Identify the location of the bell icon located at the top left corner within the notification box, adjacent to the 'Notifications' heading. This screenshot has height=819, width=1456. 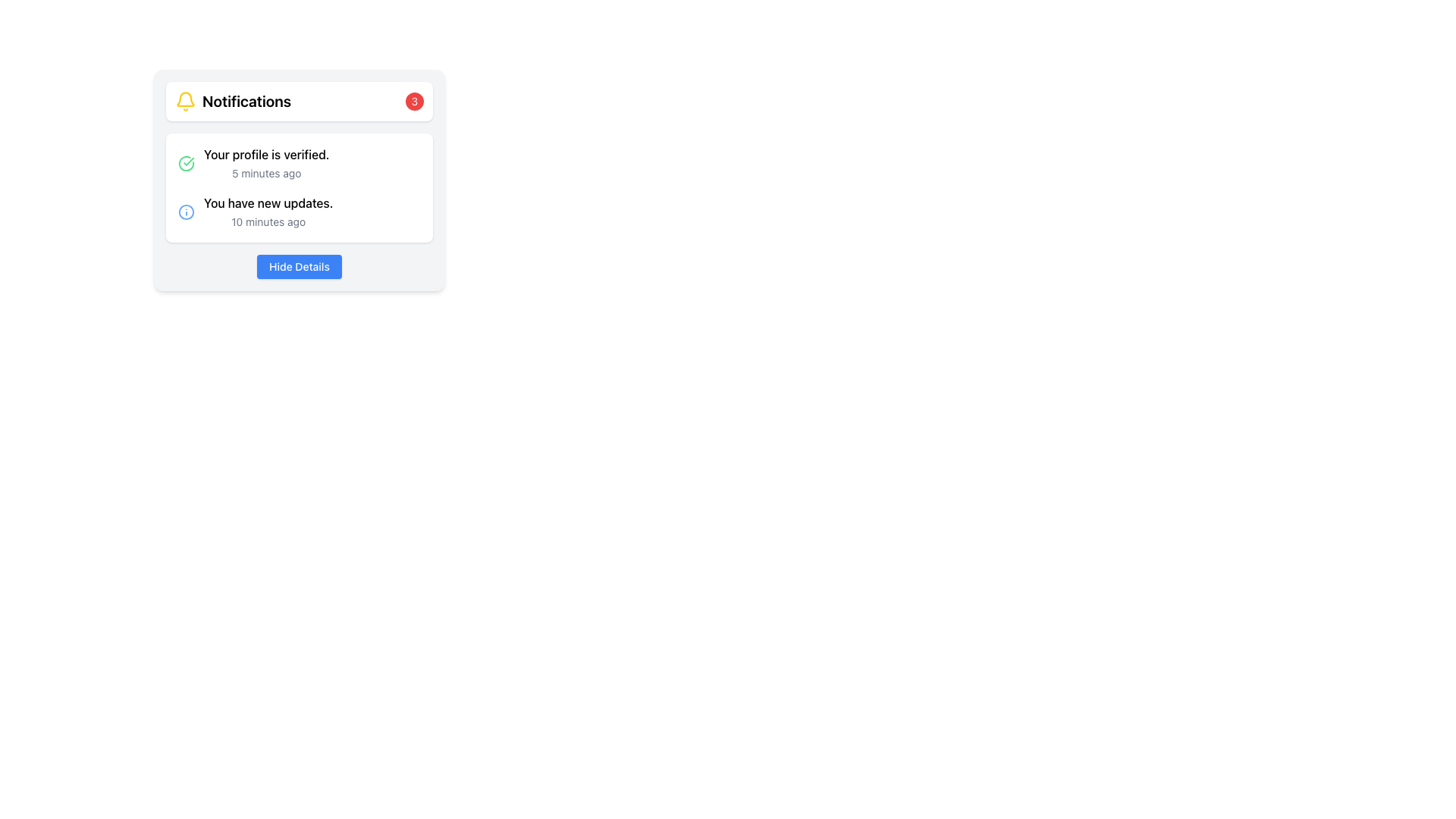
(184, 99).